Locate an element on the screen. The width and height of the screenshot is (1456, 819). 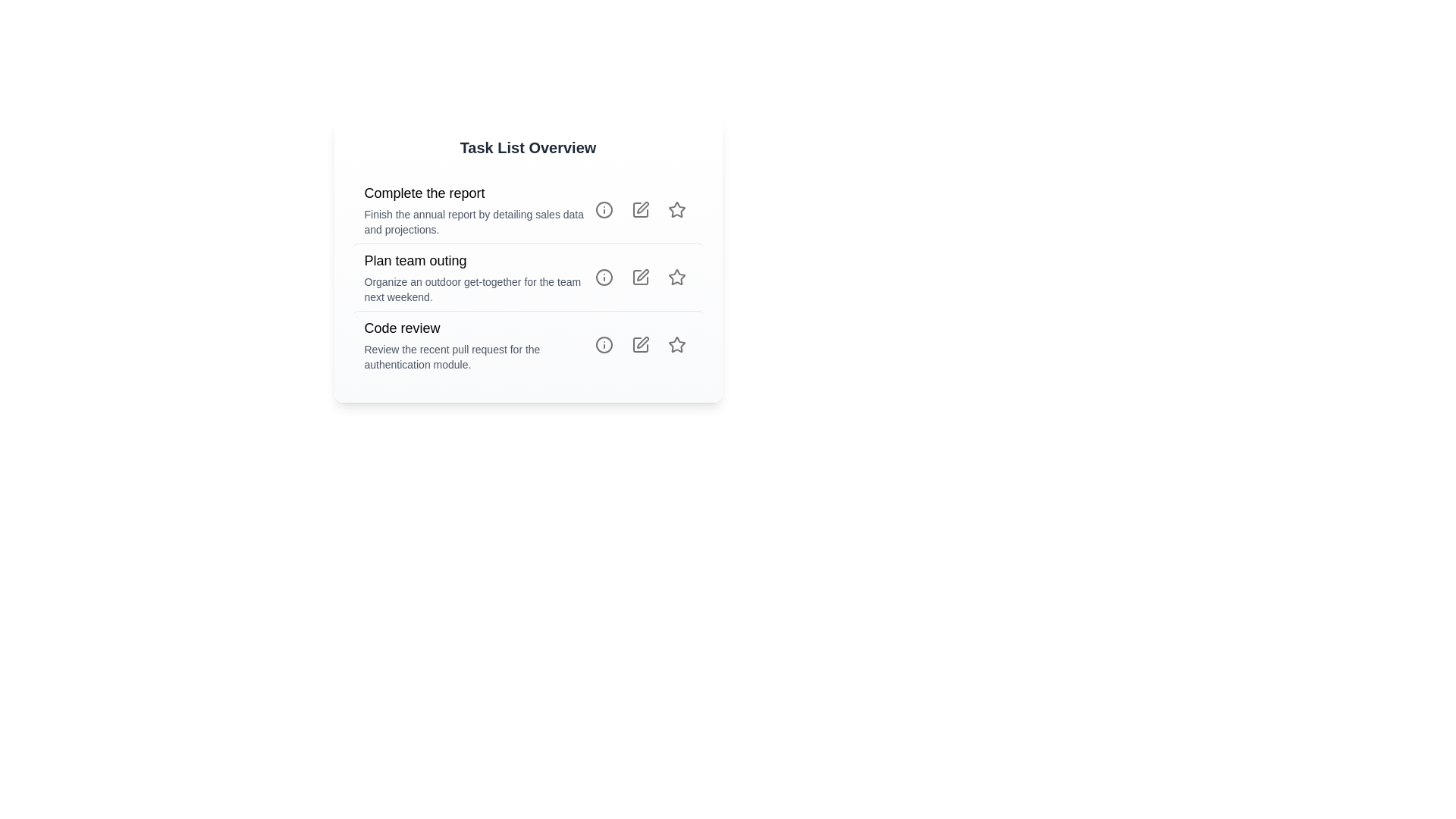
the green button with a pencil icon, located in the middle of three buttons on the right of the 'Complete the report' task, to initiate an edit action is located at coordinates (640, 210).